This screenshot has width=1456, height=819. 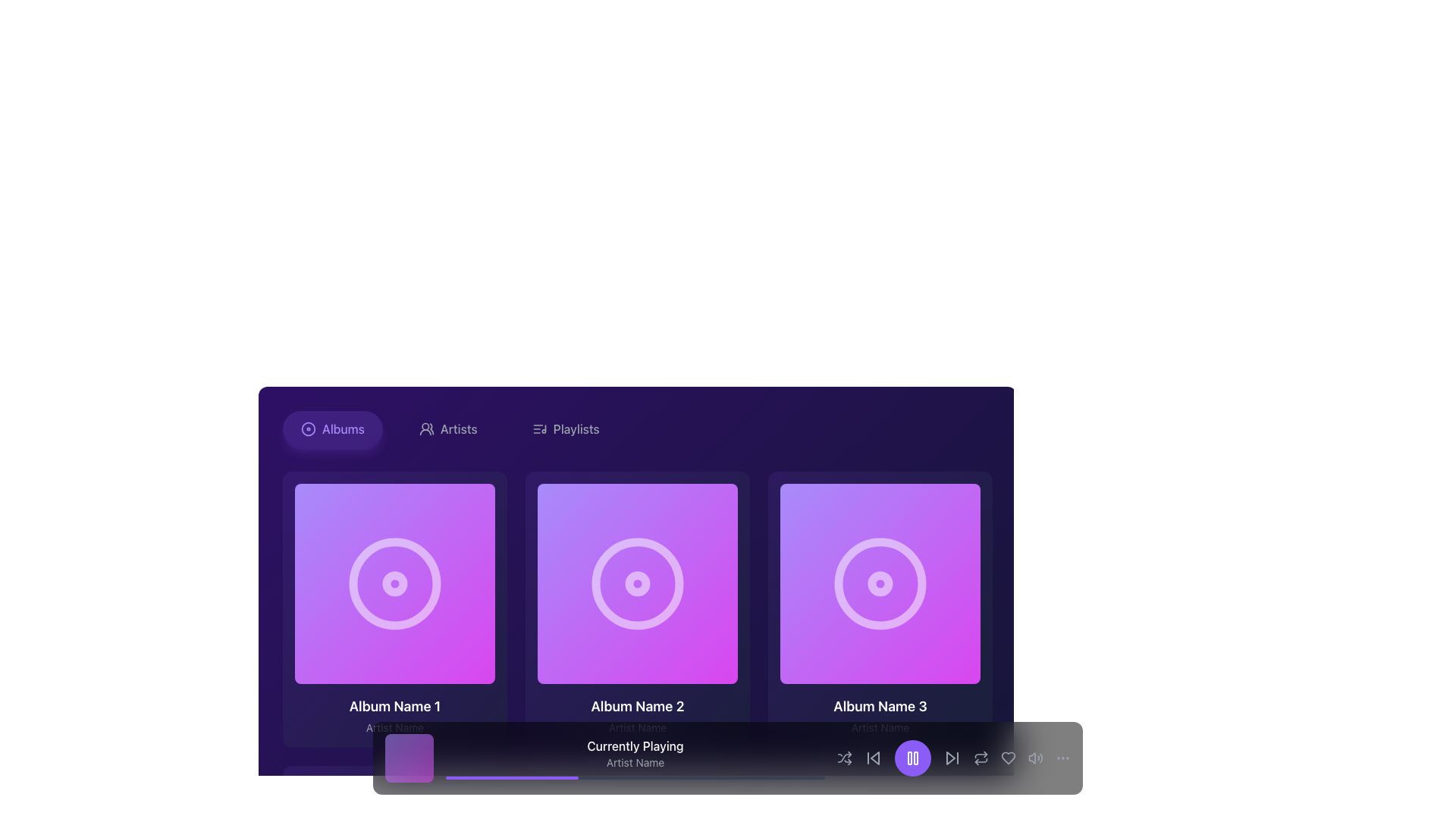 What do you see at coordinates (637, 583) in the screenshot?
I see `the play action icon located in the center of the second card in a horizontally arranged grid of three cards` at bounding box center [637, 583].